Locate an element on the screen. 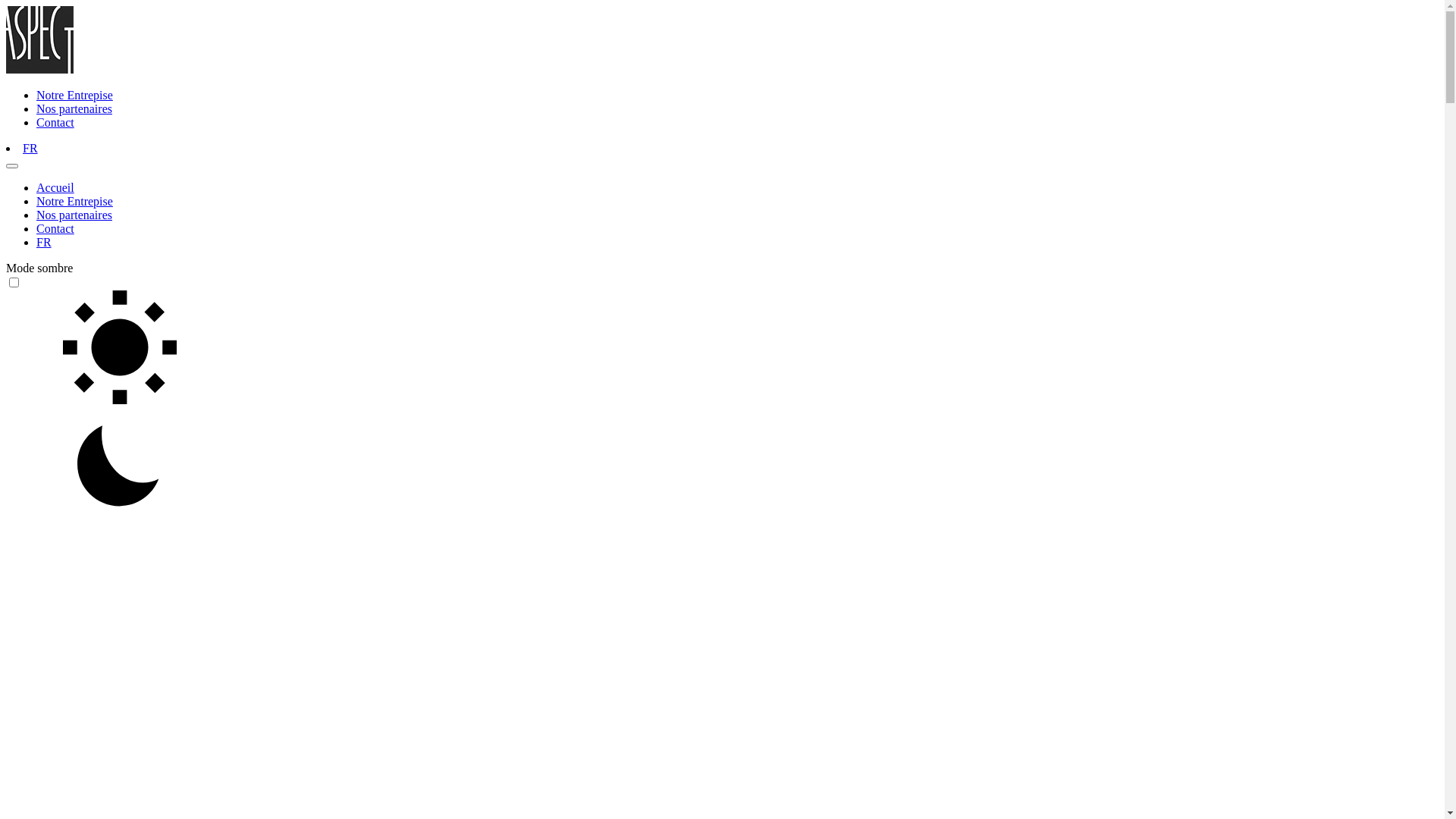 The width and height of the screenshot is (1456, 819). 'Accueil' is located at coordinates (36, 187).